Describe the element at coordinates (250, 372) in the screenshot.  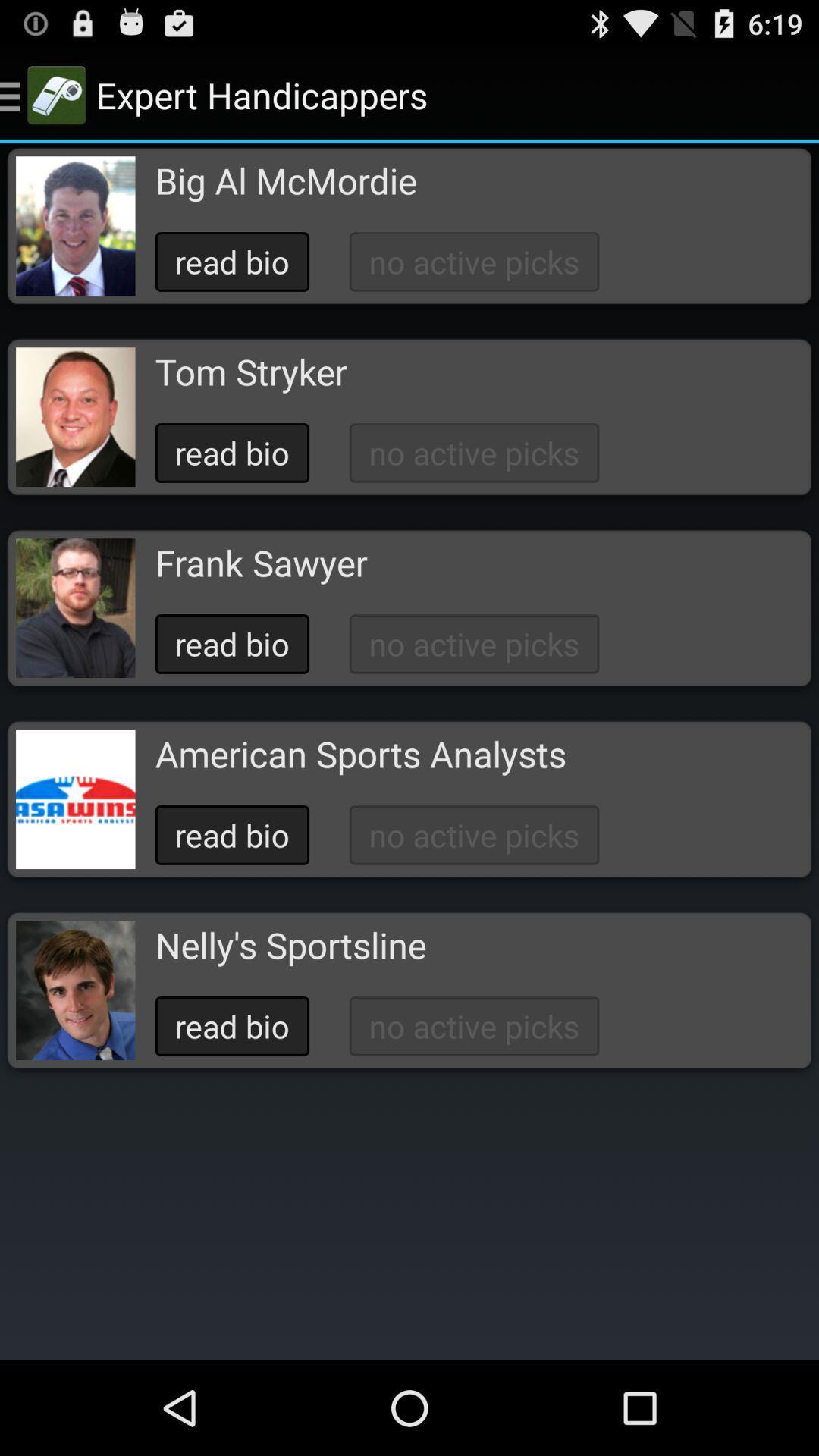
I see `button above the read bio button` at that location.